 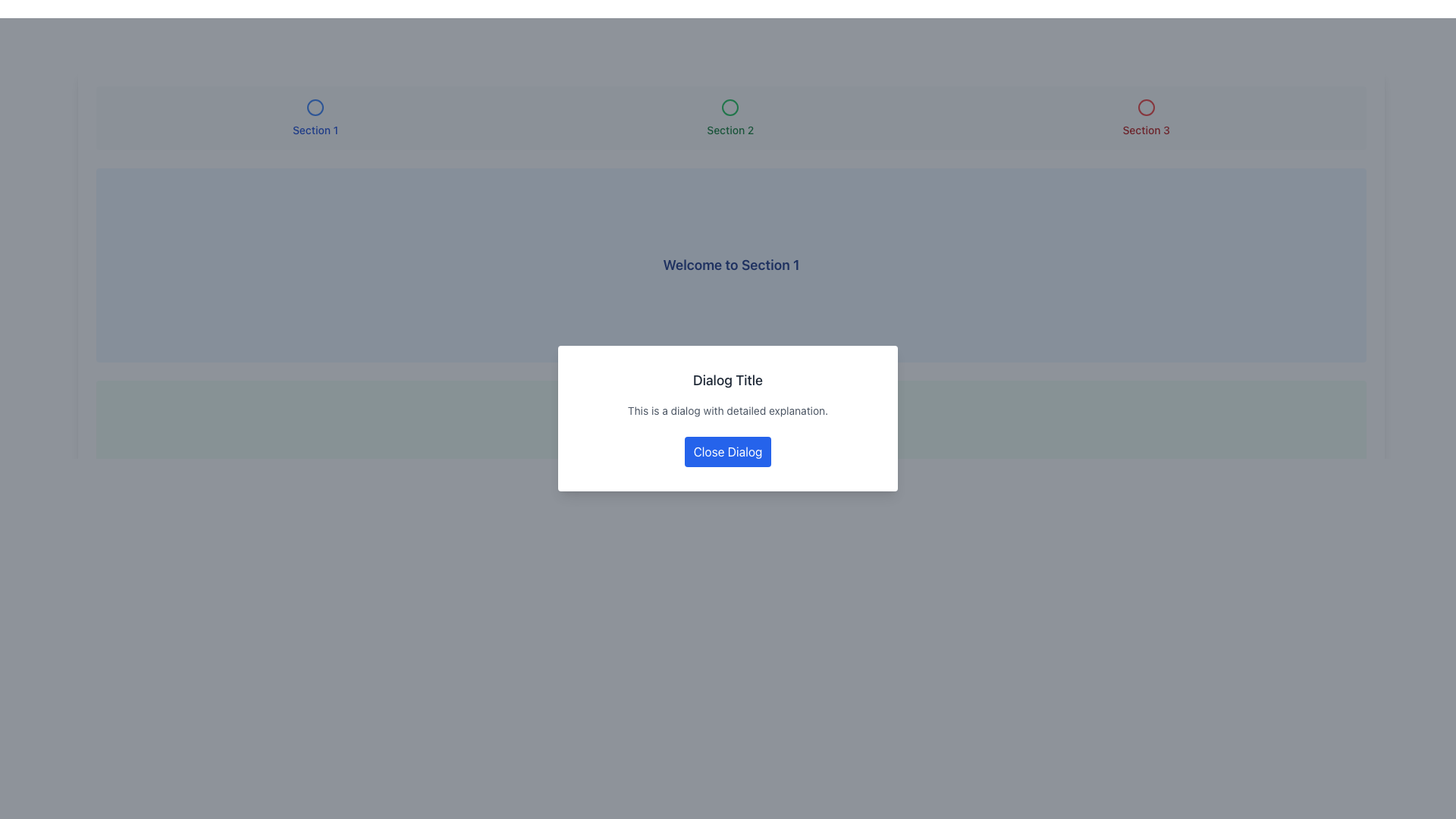 I want to click on text content of the prominently displayed text label 'Dialog Title' located at the top of the central white dialog box, so click(x=728, y=379).